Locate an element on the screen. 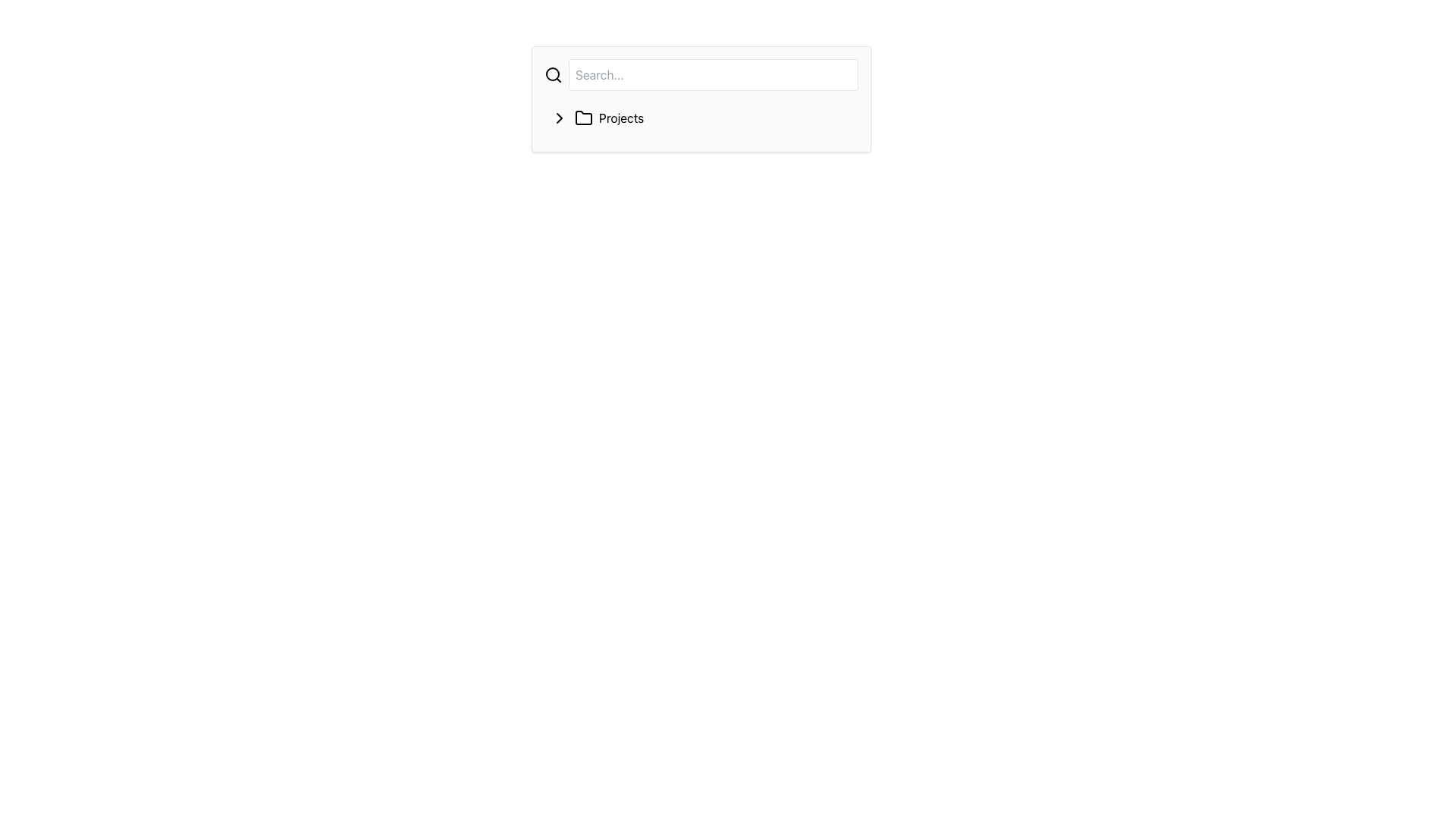 Image resolution: width=1456 pixels, height=819 pixels. the chevron icon indicating expandability next to the 'Projects' label in the collapsible menu is located at coordinates (559, 117).